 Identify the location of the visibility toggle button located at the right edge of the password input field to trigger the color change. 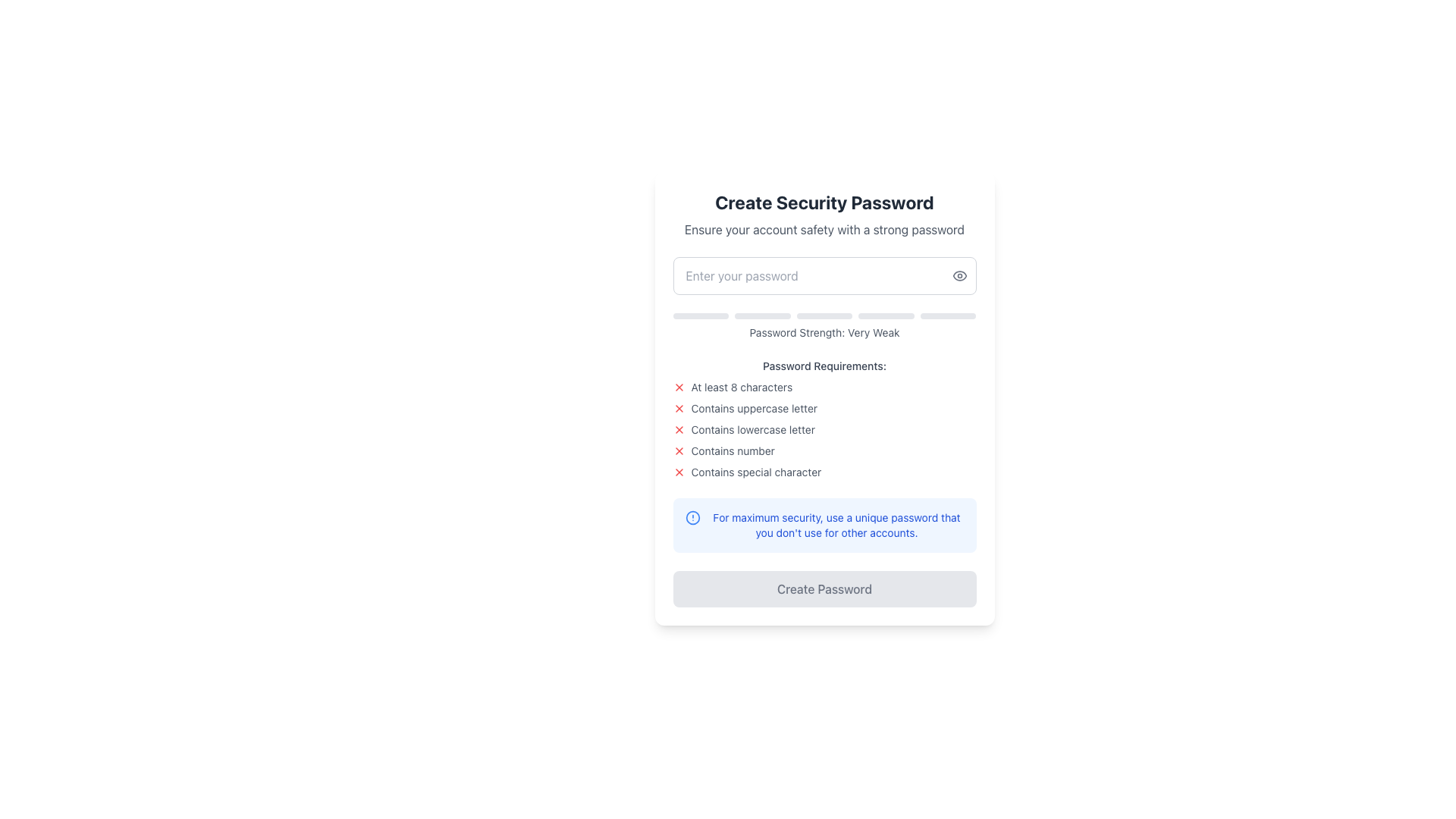
(959, 275).